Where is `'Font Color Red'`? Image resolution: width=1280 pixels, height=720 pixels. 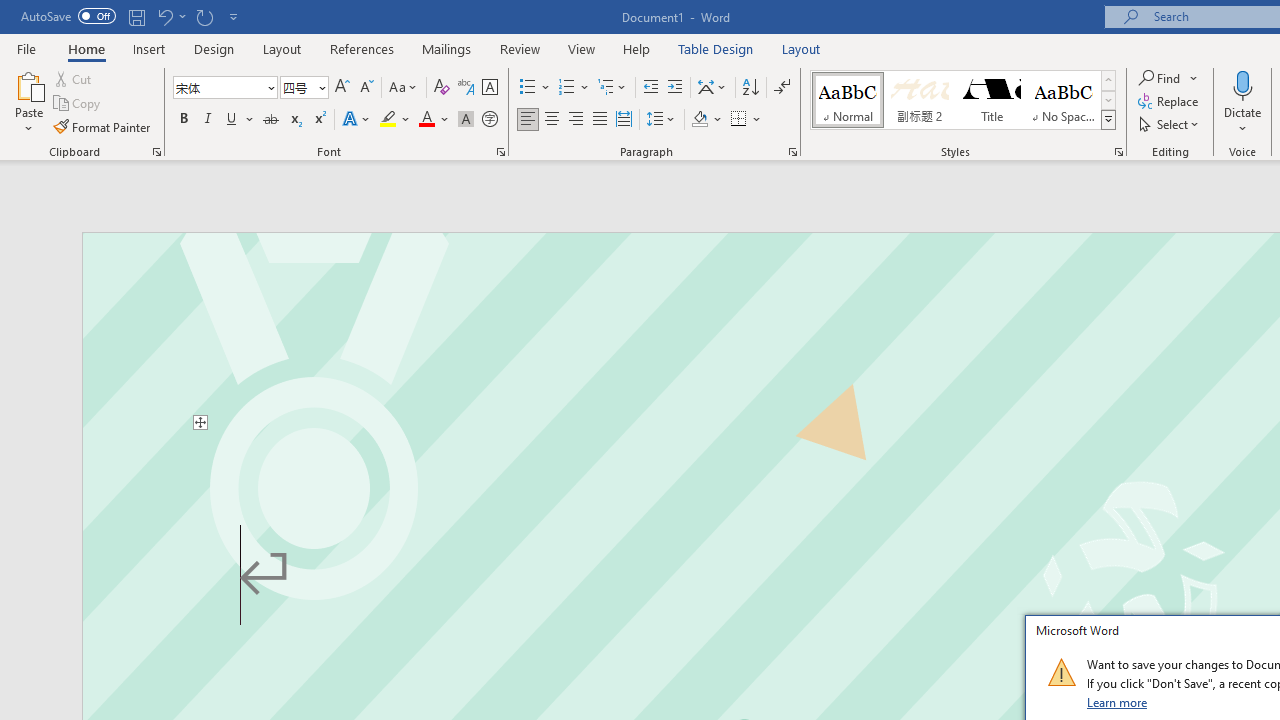
'Font Color Red' is located at coordinates (425, 119).